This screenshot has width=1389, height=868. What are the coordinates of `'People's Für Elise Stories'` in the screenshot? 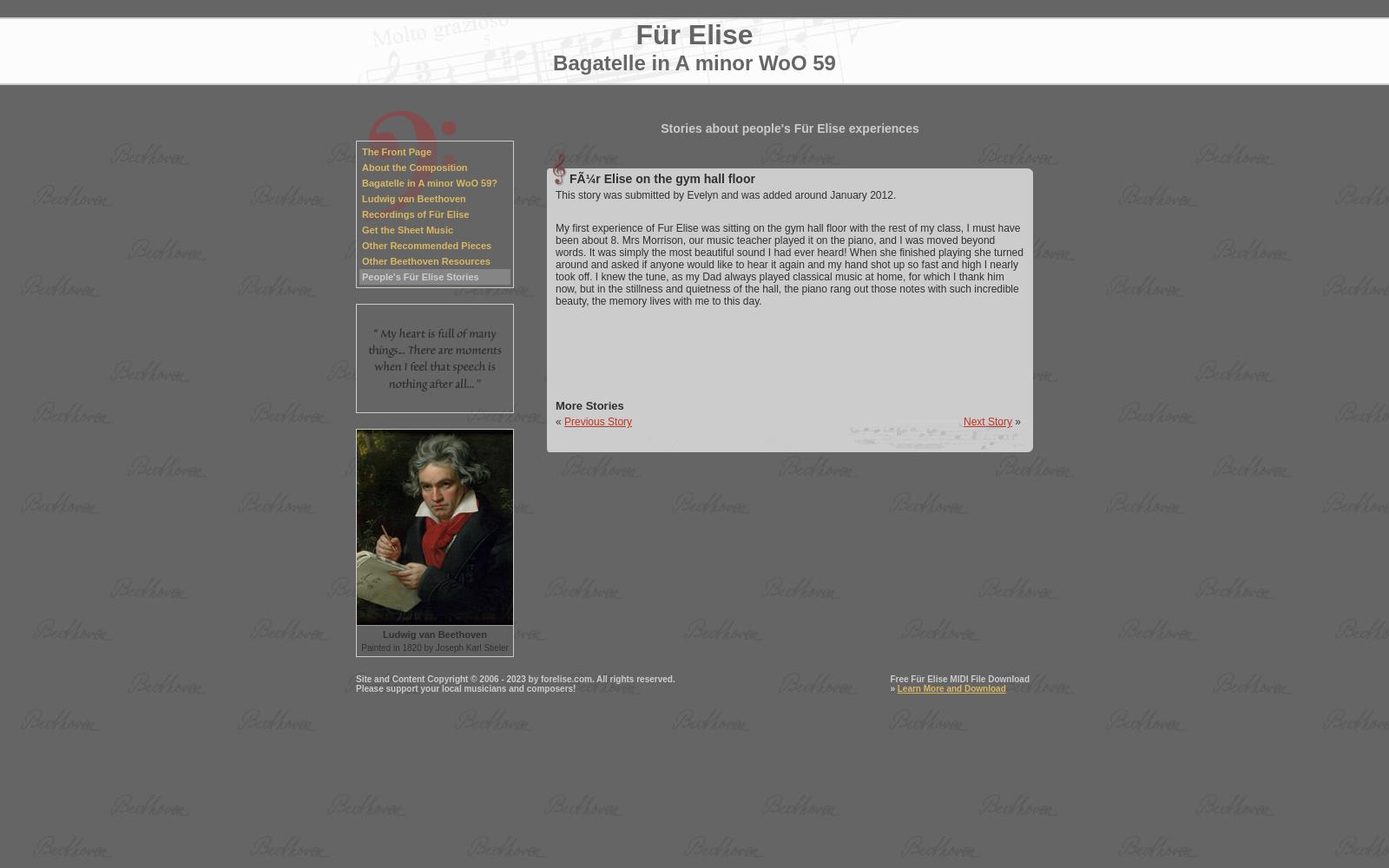 It's located at (419, 276).